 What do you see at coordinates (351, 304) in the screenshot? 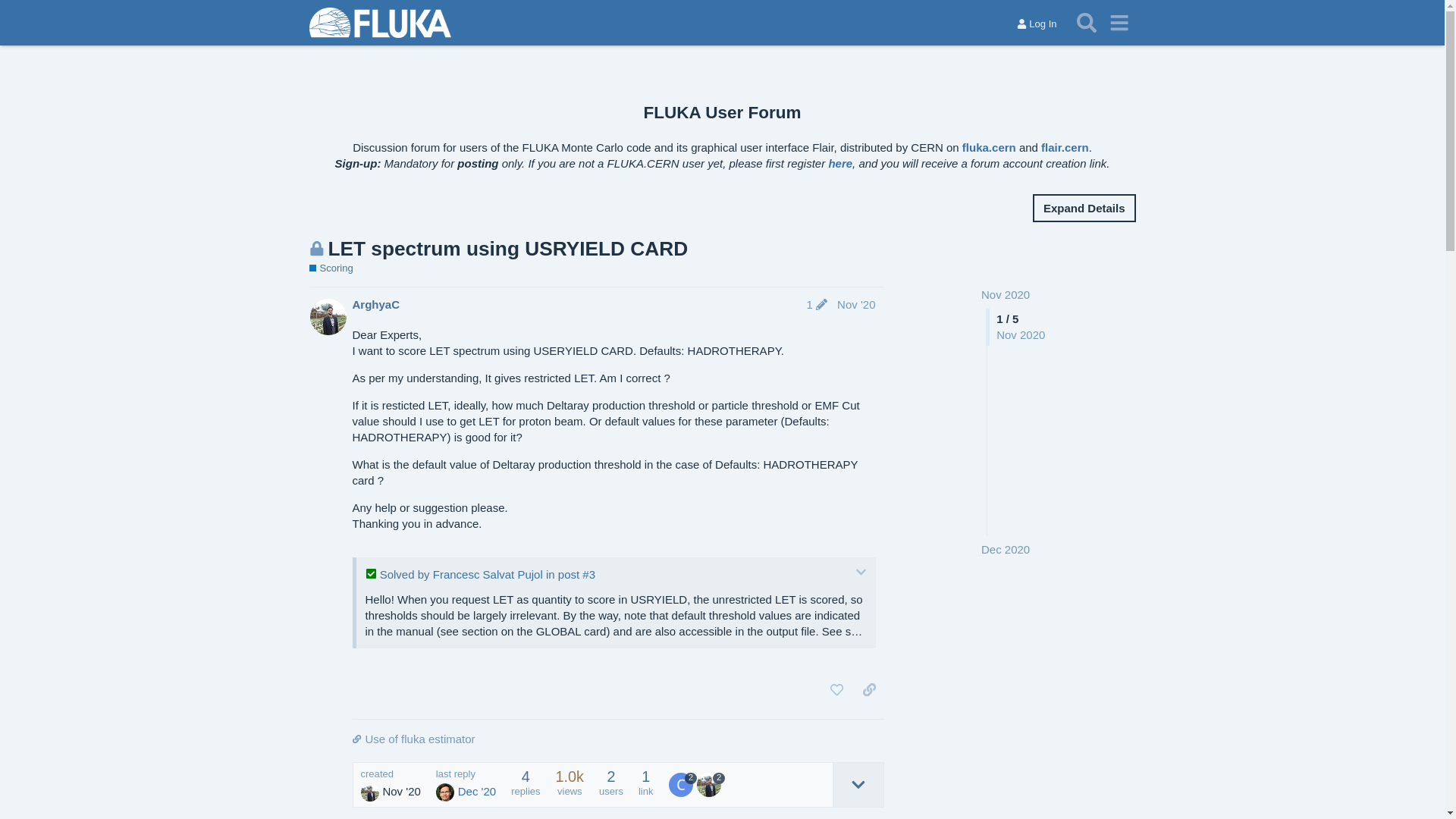
I see `'ArghyaC'` at bounding box center [351, 304].